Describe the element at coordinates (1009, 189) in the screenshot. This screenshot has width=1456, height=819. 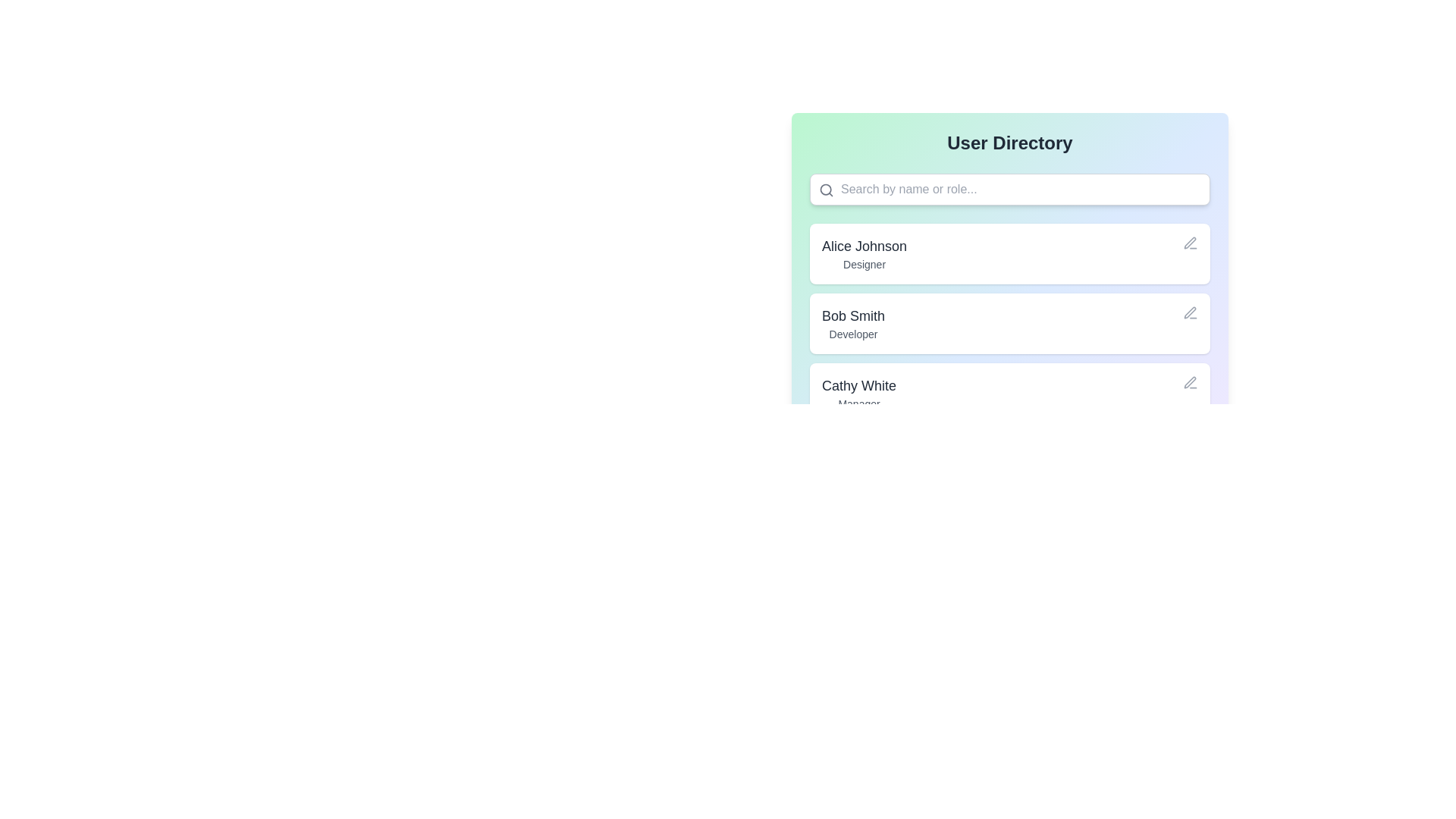
I see `the search input field located at the top of the 'User Directory' card` at that location.